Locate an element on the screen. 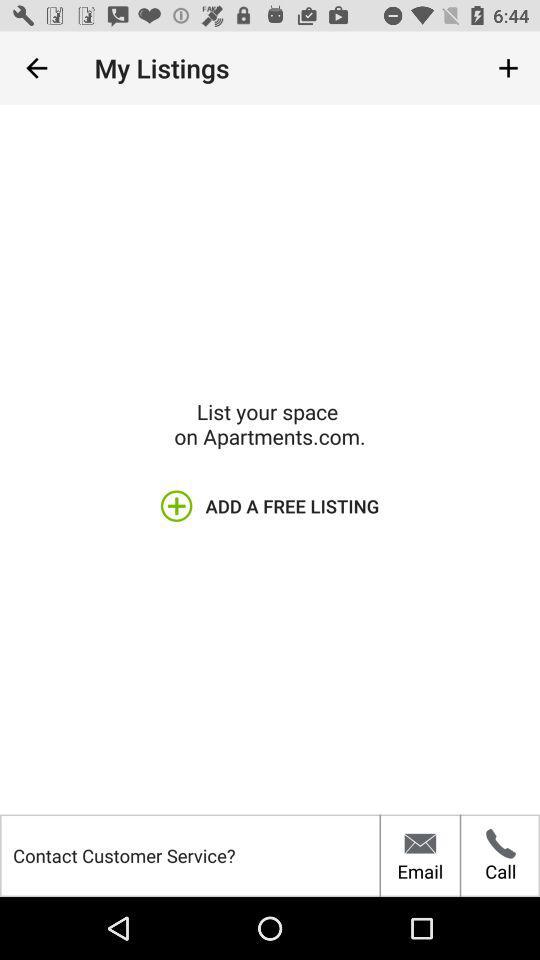 The image size is (540, 960). the item below the add a free icon is located at coordinates (419, 854).